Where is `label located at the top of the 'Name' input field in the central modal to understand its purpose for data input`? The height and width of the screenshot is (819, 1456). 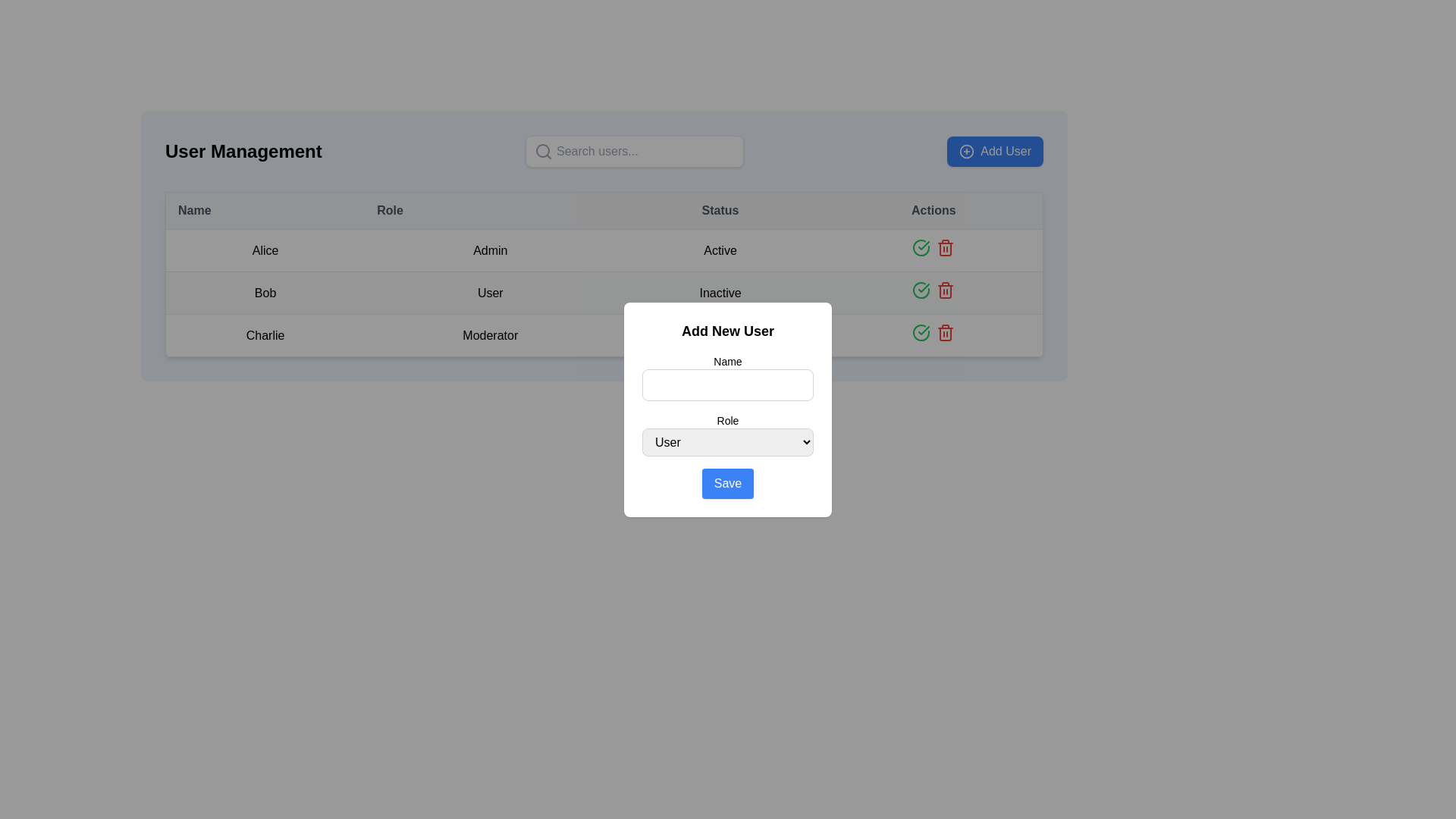
label located at the top of the 'Name' input field in the central modal to understand its purpose for data input is located at coordinates (728, 361).